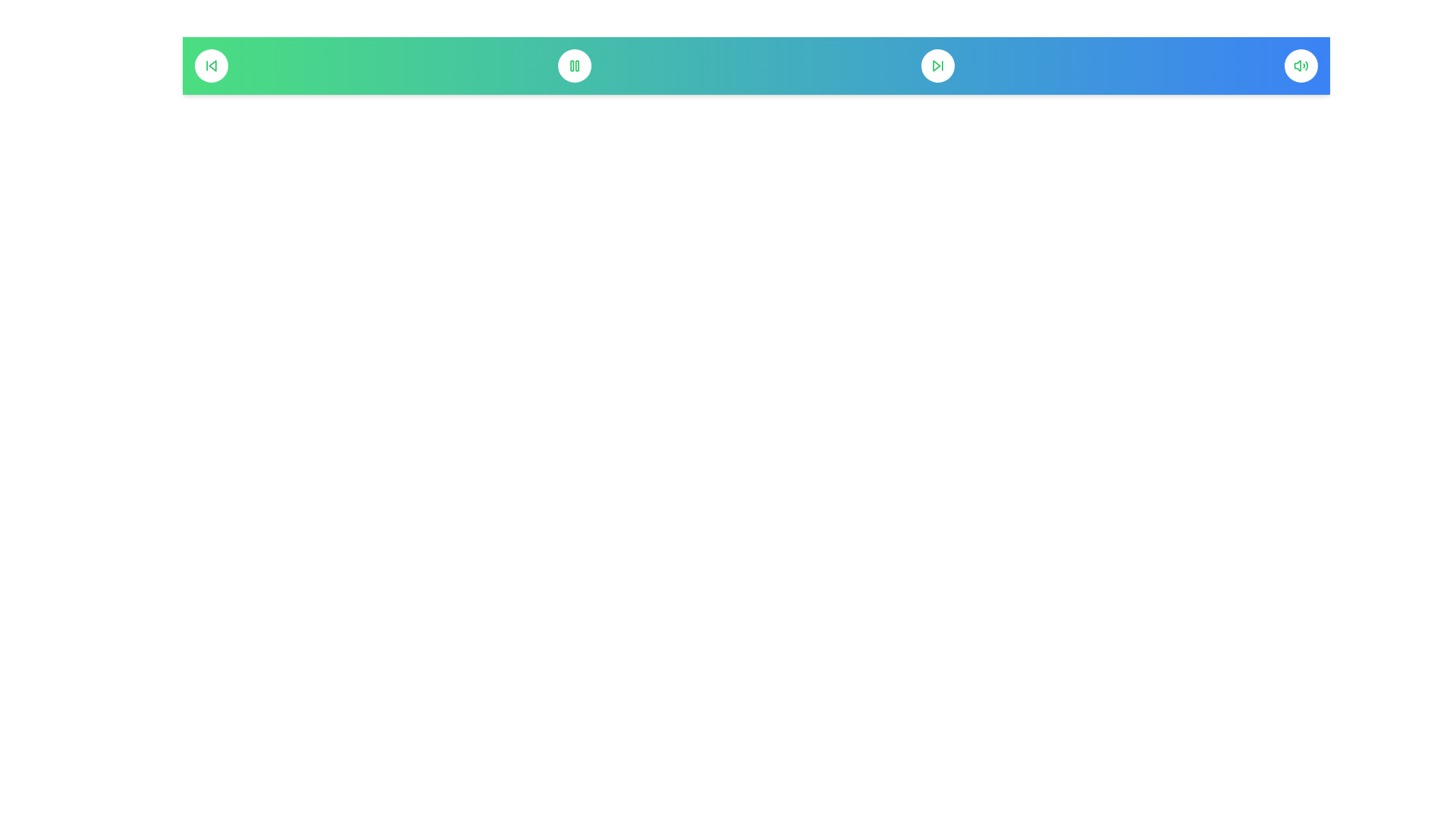 This screenshot has height=819, width=1456. I want to click on the 'Skip Back' button to skip to the previous track, so click(210, 65).